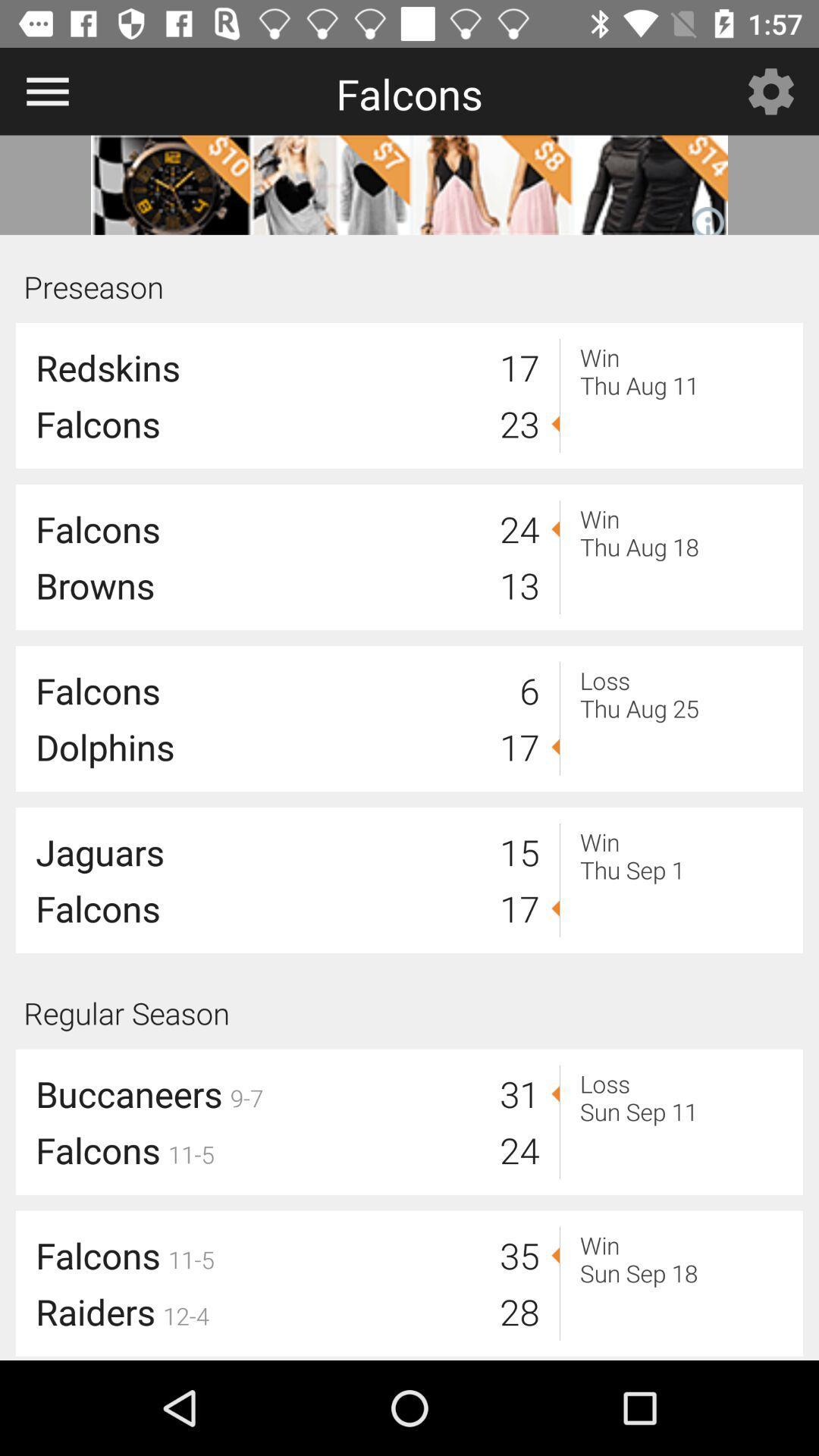 The image size is (819, 1456). What do you see at coordinates (409, 184) in the screenshot?
I see `click advertisement` at bounding box center [409, 184].